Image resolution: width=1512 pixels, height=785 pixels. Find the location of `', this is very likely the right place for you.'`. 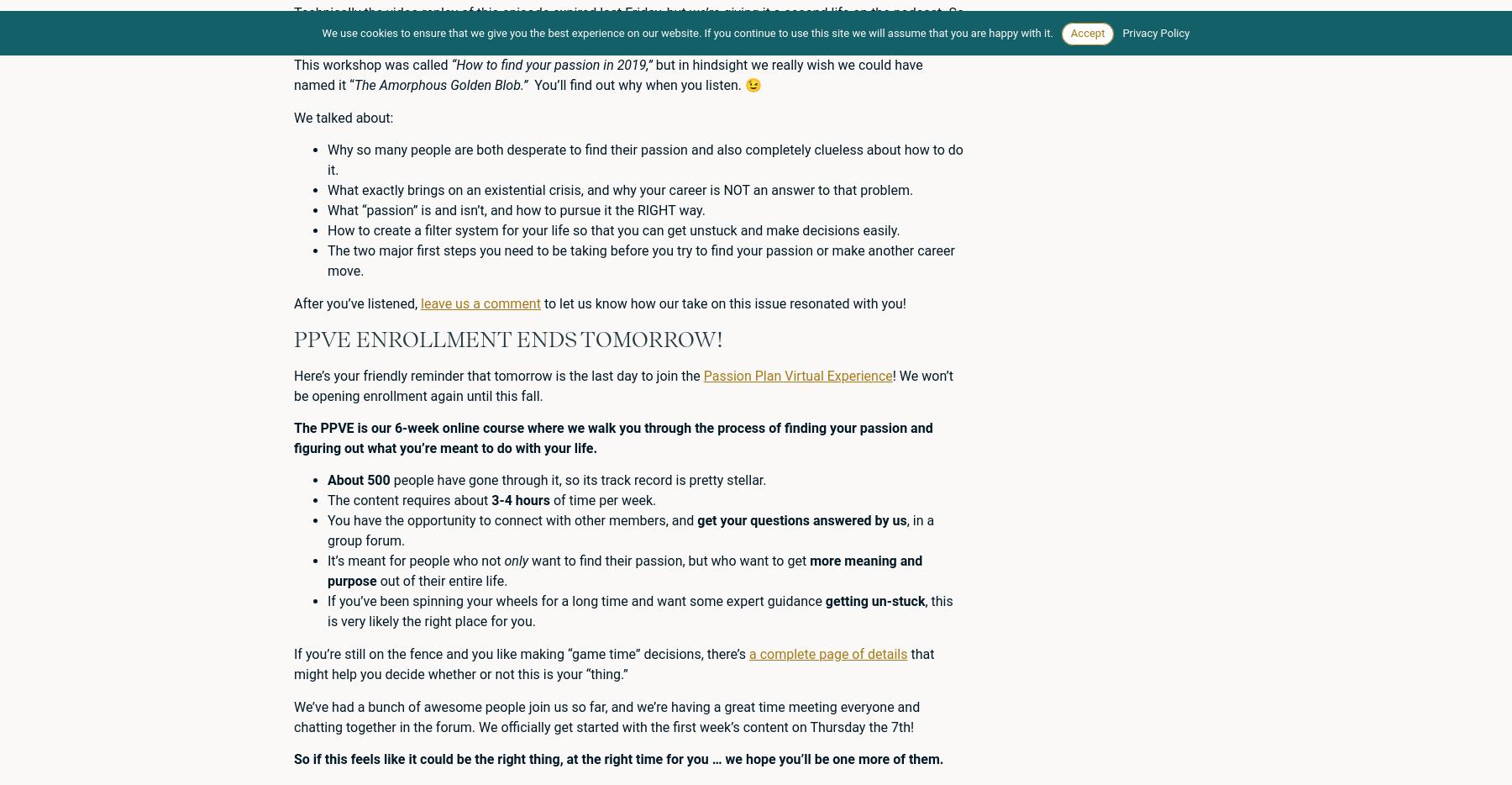

', this is very likely the right place for you.' is located at coordinates (638, 611).